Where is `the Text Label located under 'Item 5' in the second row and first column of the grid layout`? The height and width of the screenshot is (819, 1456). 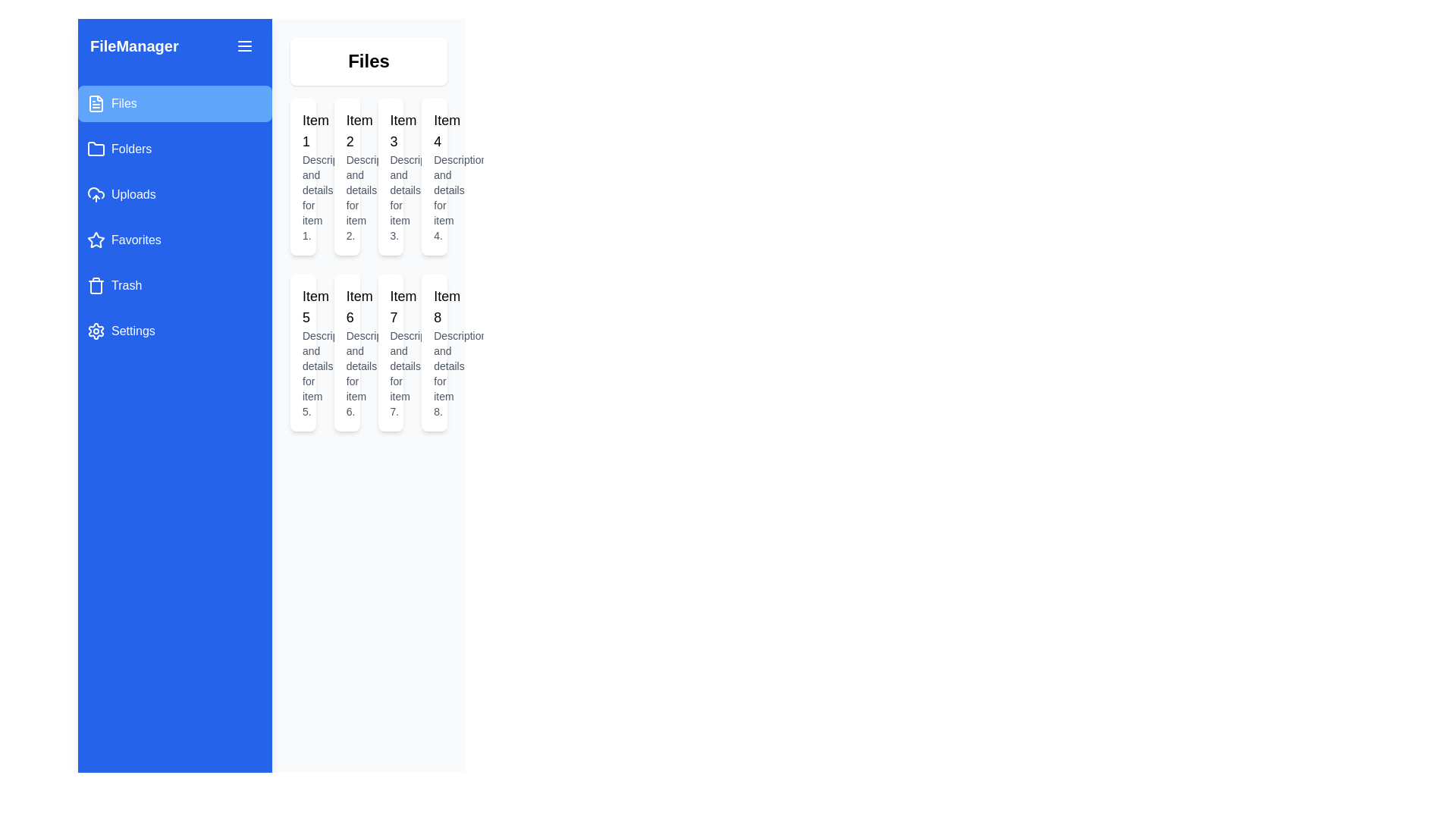
the Text Label located under 'Item 5' in the second row and first column of the grid layout is located at coordinates (303, 374).